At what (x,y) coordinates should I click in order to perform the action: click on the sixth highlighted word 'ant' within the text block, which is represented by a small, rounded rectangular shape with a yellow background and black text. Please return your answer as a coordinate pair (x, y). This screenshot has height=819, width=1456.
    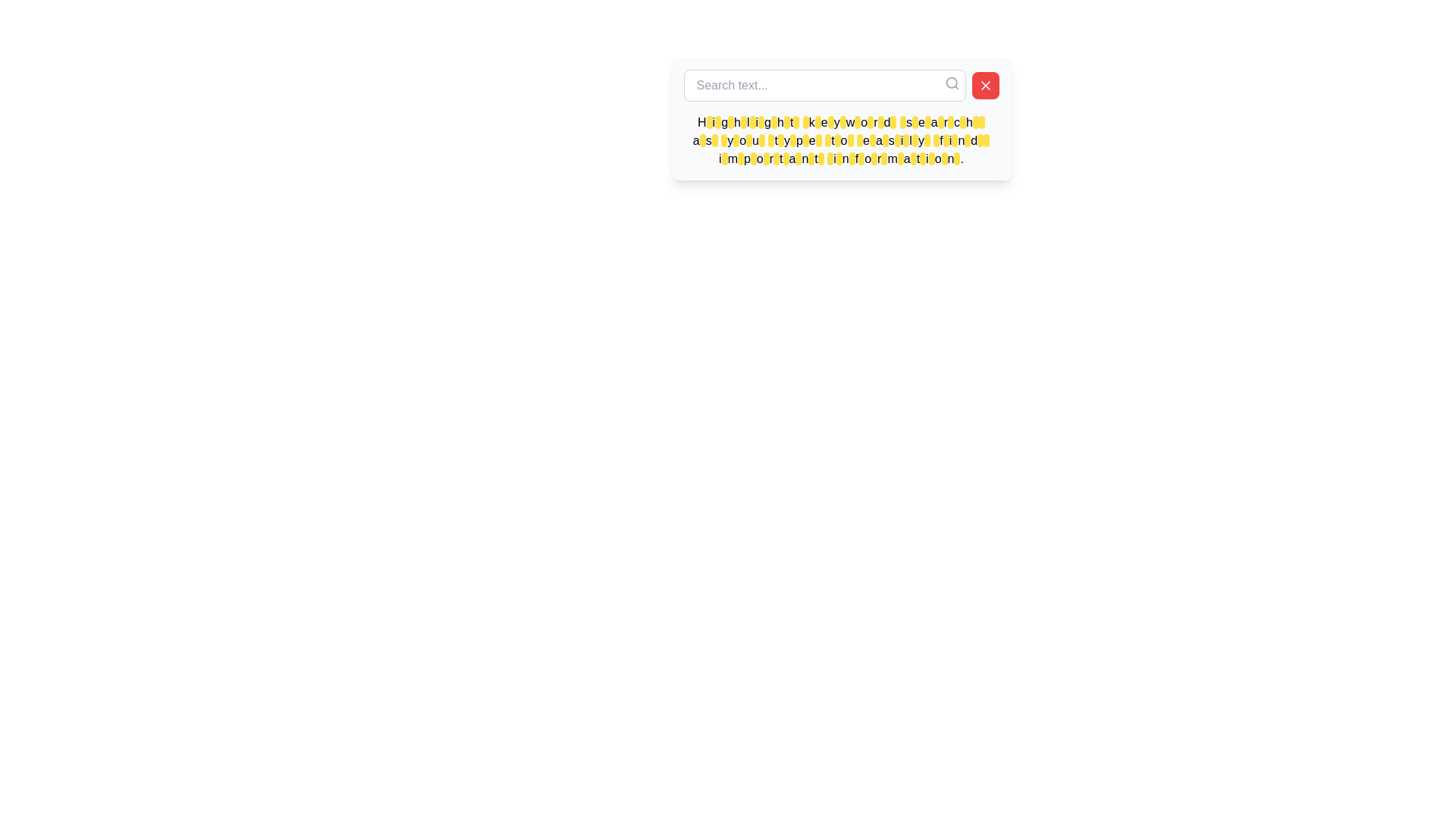
    Looking at the image, I should click on (786, 158).